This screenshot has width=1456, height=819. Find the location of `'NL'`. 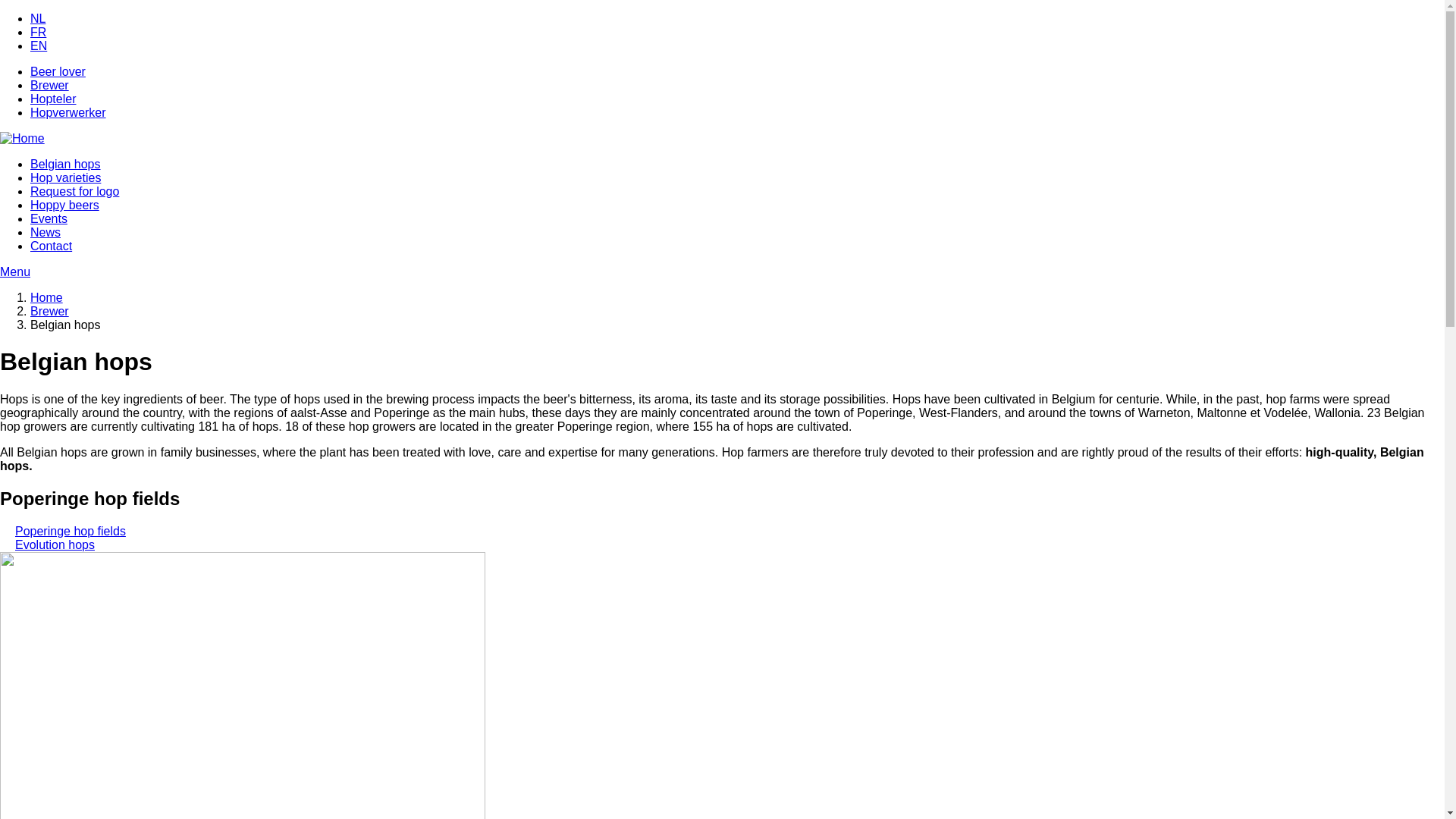

'NL' is located at coordinates (30, 18).